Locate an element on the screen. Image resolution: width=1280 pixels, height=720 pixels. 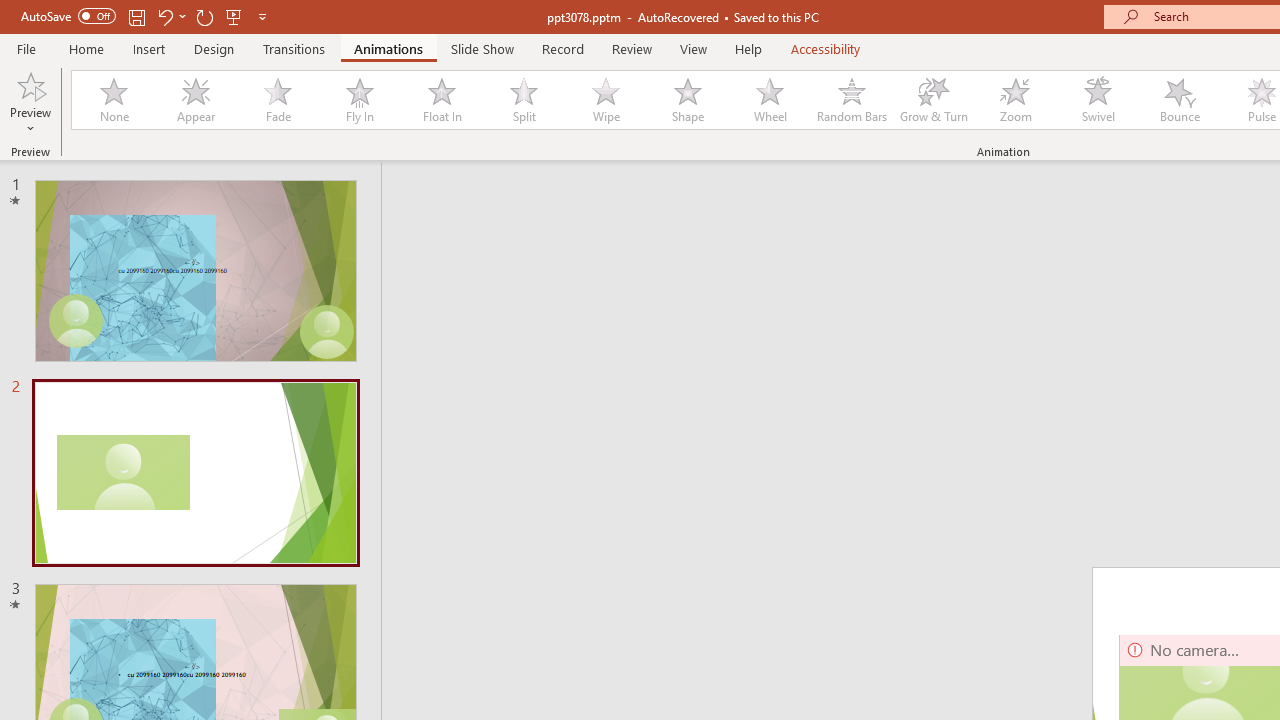
'Accessibility' is located at coordinates (826, 48).